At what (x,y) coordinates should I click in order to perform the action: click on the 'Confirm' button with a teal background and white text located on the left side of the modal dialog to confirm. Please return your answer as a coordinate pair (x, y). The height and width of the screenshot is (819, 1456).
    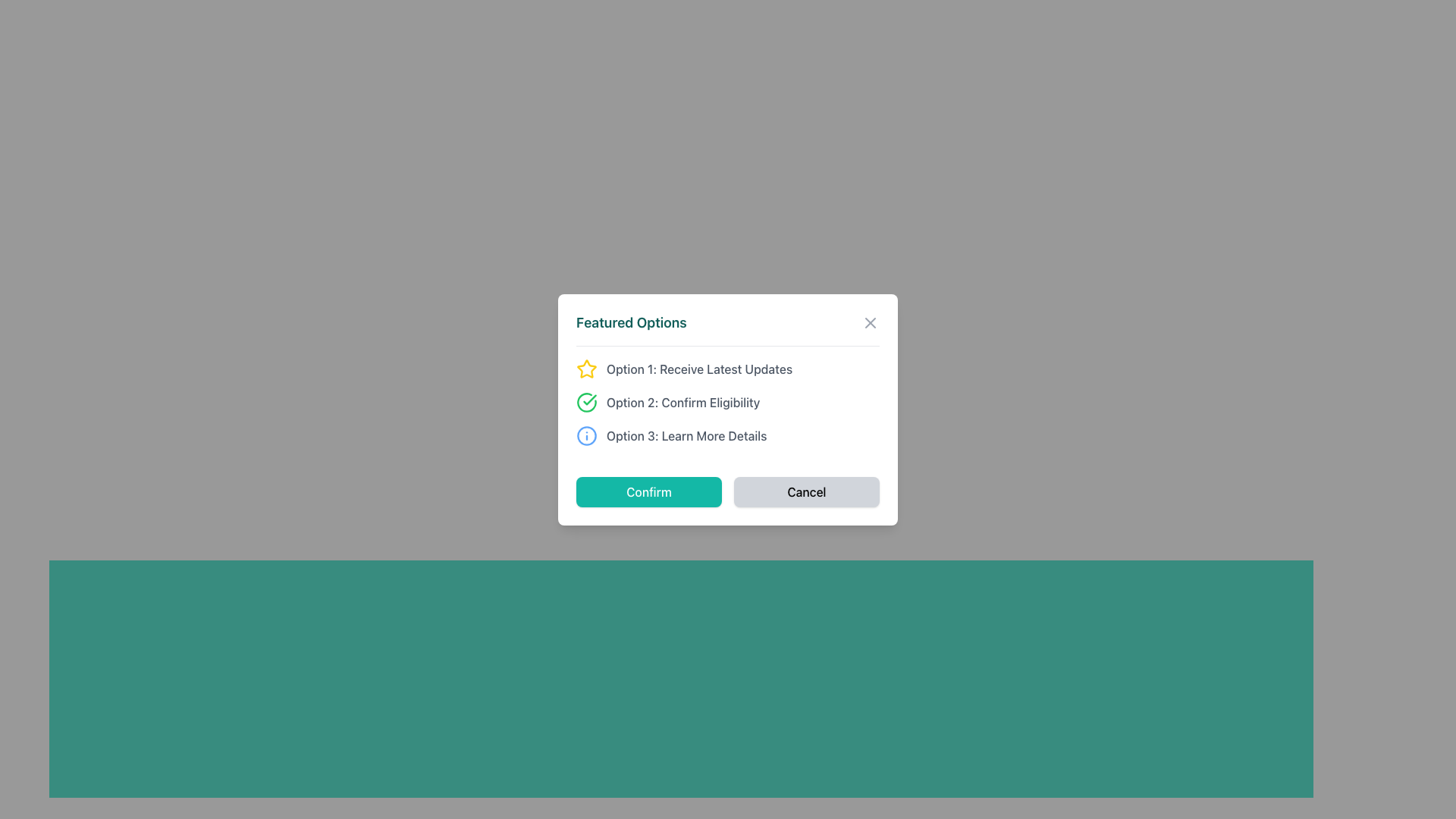
    Looking at the image, I should click on (648, 491).